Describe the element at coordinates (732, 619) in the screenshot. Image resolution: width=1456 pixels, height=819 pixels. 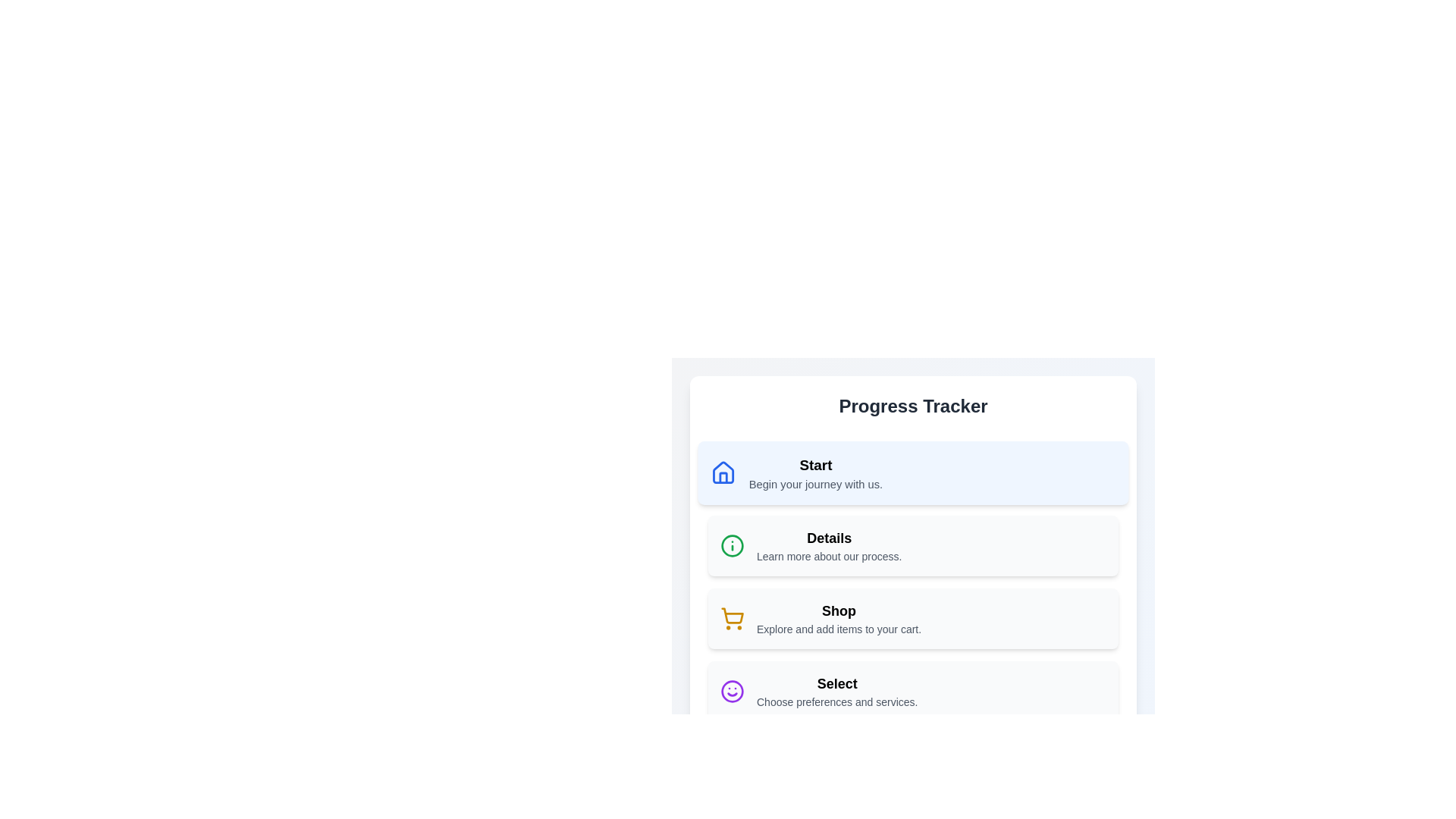
I see `the yellow shopping cart icon located in the third section of the 'Progress Tracker', positioned to the left of the text 'Shop' and 'Explore and add items to your cart'` at that location.